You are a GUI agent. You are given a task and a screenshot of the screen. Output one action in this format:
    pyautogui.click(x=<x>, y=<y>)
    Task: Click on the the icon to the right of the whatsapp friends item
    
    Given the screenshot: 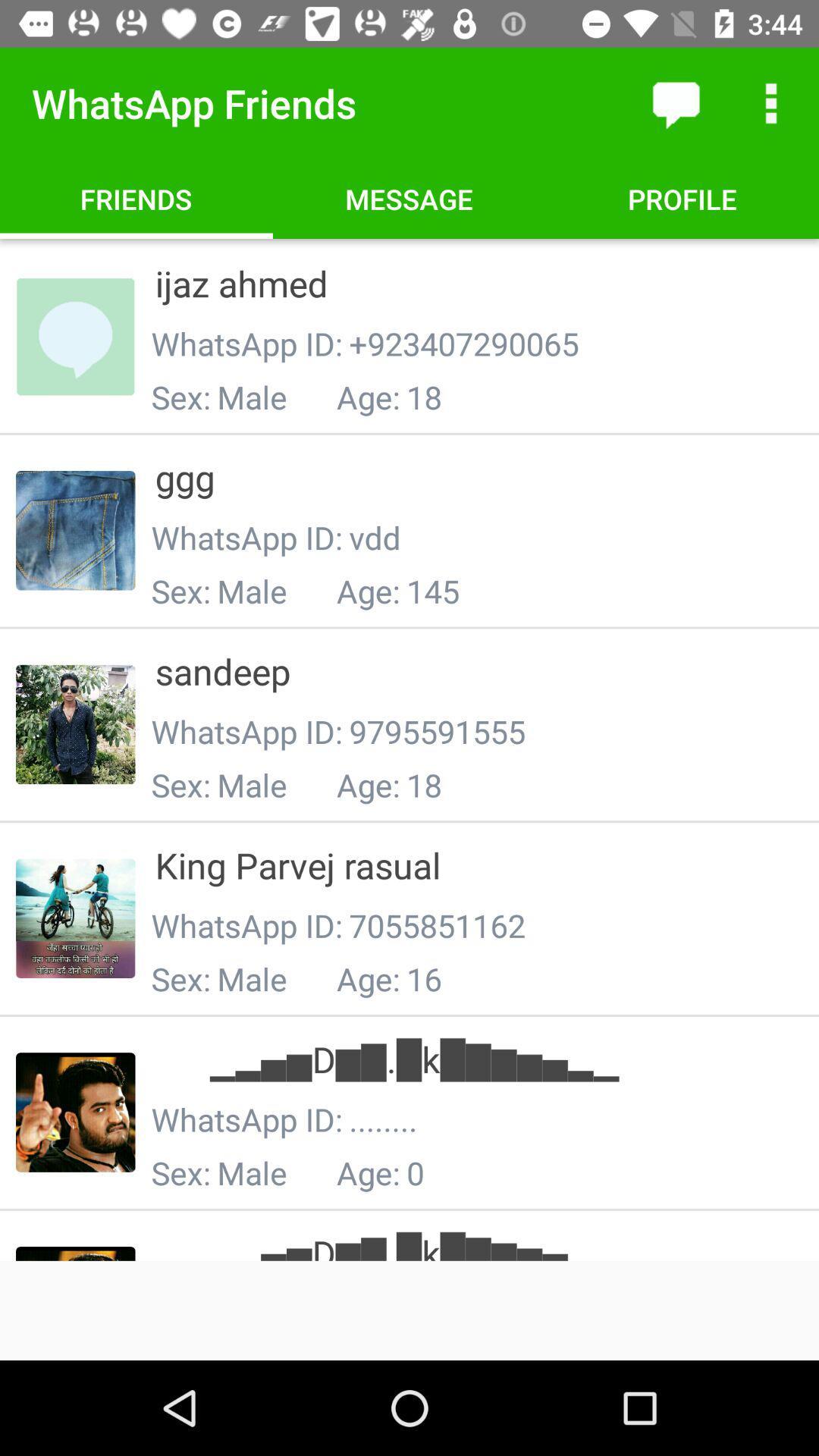 What is the action you would take?
    pyautogui.click(x=675, y=102)
    